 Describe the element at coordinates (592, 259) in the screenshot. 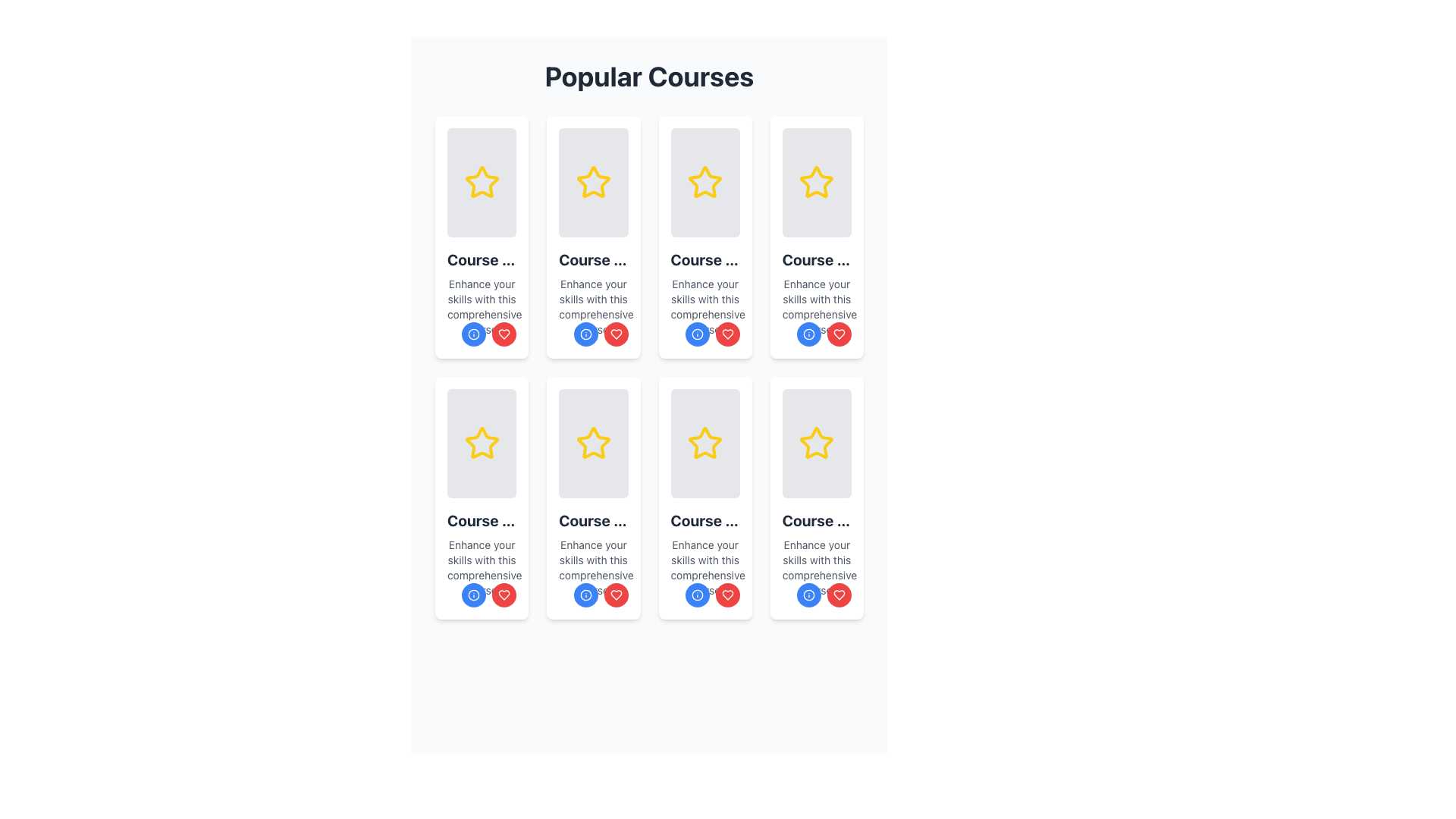

I see `the Text Label displaying 'Course Title 2' which is positioned at the top of the card in the second column and first row of the layout grid` at that location.